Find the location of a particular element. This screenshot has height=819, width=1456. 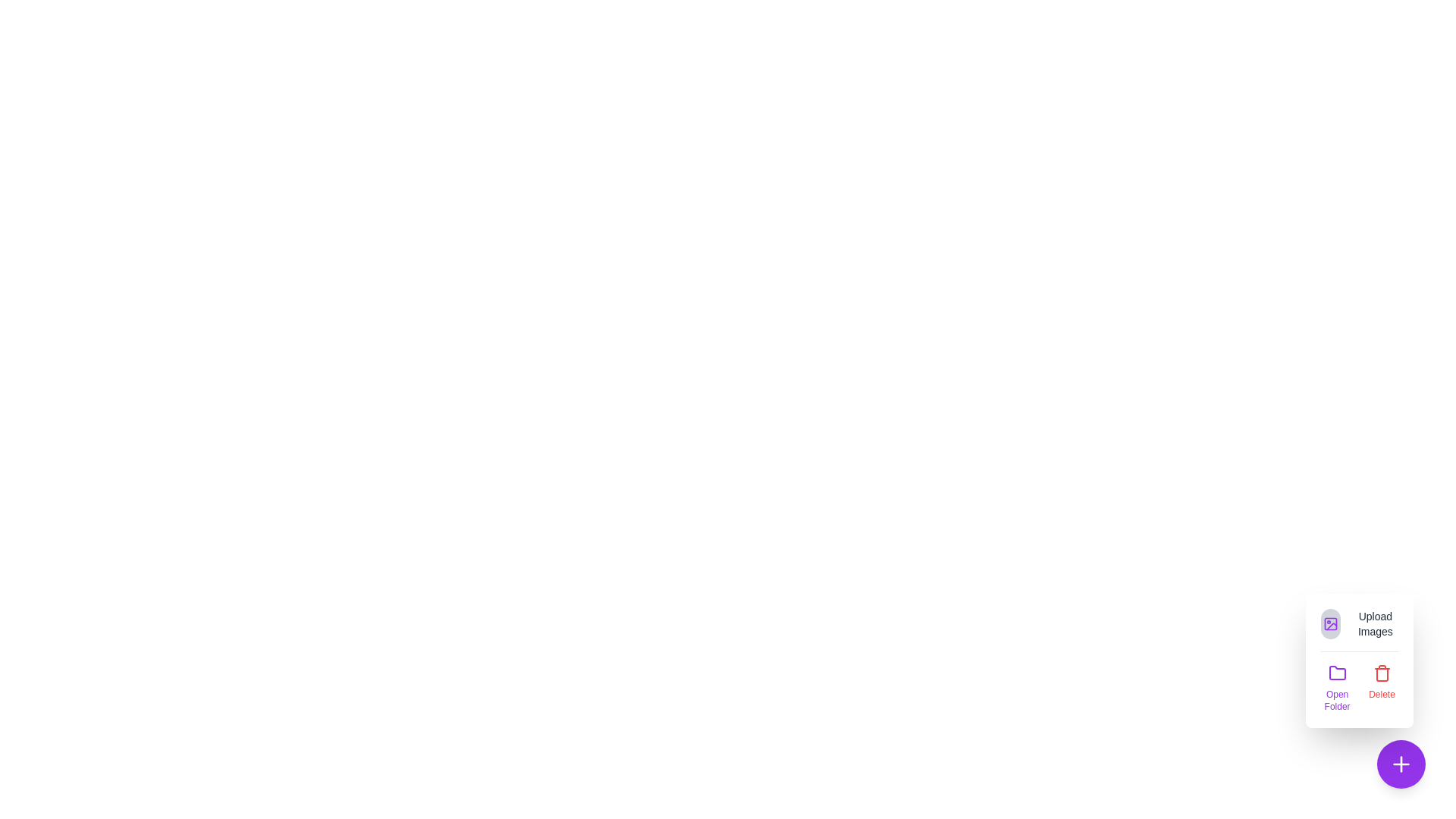

the circular action button with a light gray background and a purple photo frame icon is located at coordinates (1329, 623).